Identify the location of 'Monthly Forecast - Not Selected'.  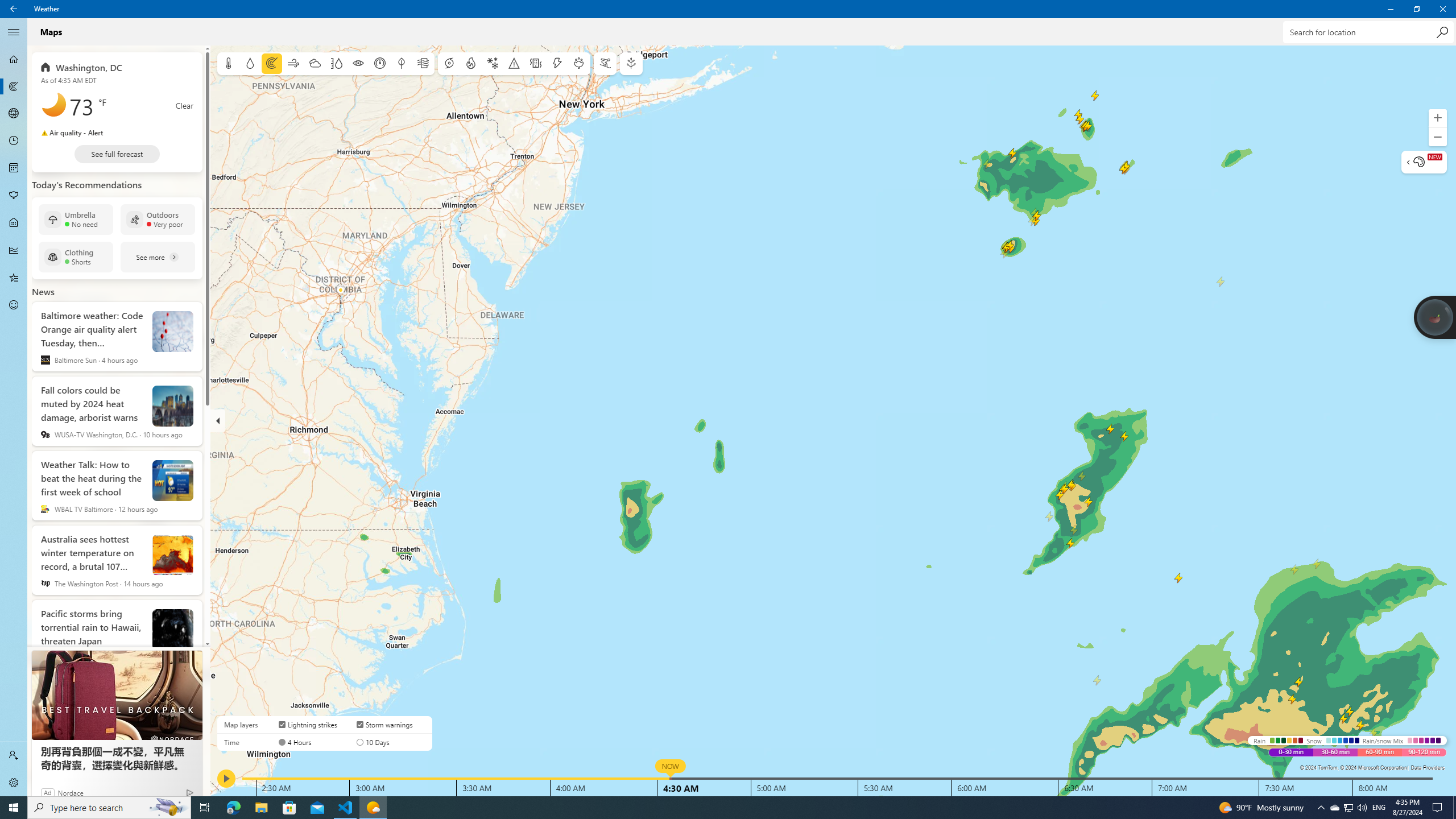
(14, 167).